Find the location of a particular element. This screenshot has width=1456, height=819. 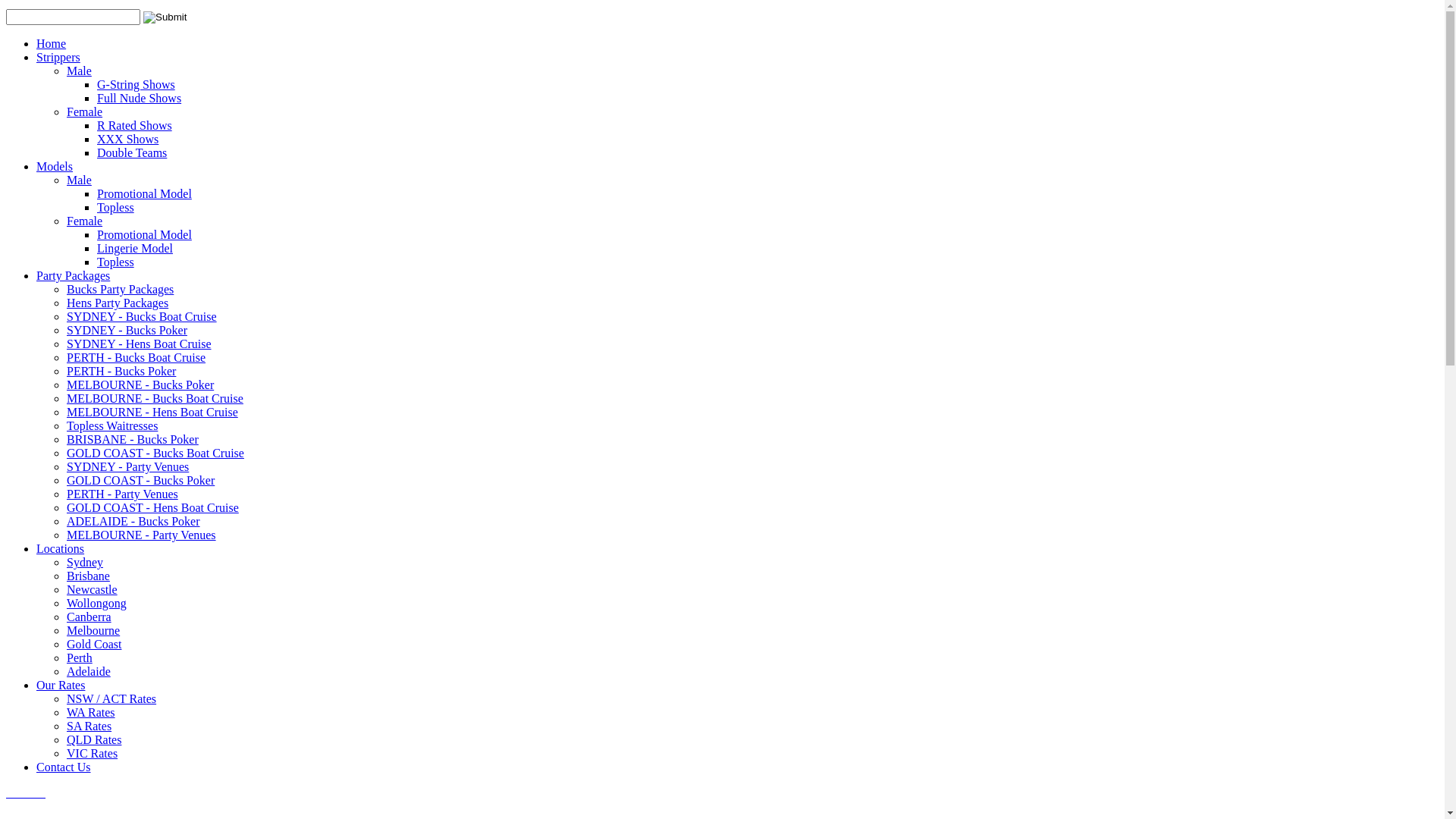

'Adelaide' is located at coordinates (87, 670).